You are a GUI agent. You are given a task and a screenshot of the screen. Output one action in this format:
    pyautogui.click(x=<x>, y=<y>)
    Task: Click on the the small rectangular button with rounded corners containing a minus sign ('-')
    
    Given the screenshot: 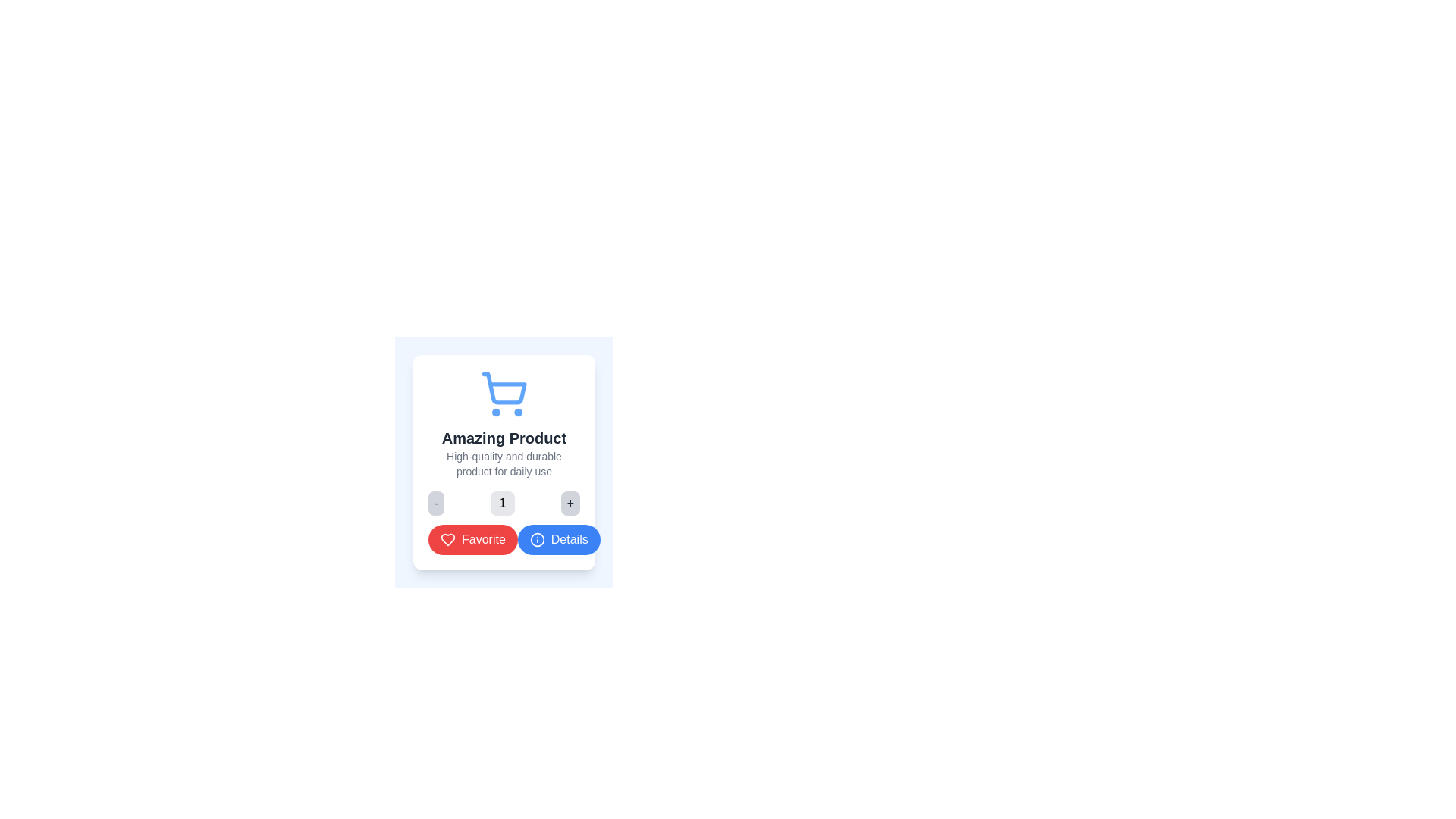 What is the action you would take?
    pyautogui.click(x=435, y=503)
    